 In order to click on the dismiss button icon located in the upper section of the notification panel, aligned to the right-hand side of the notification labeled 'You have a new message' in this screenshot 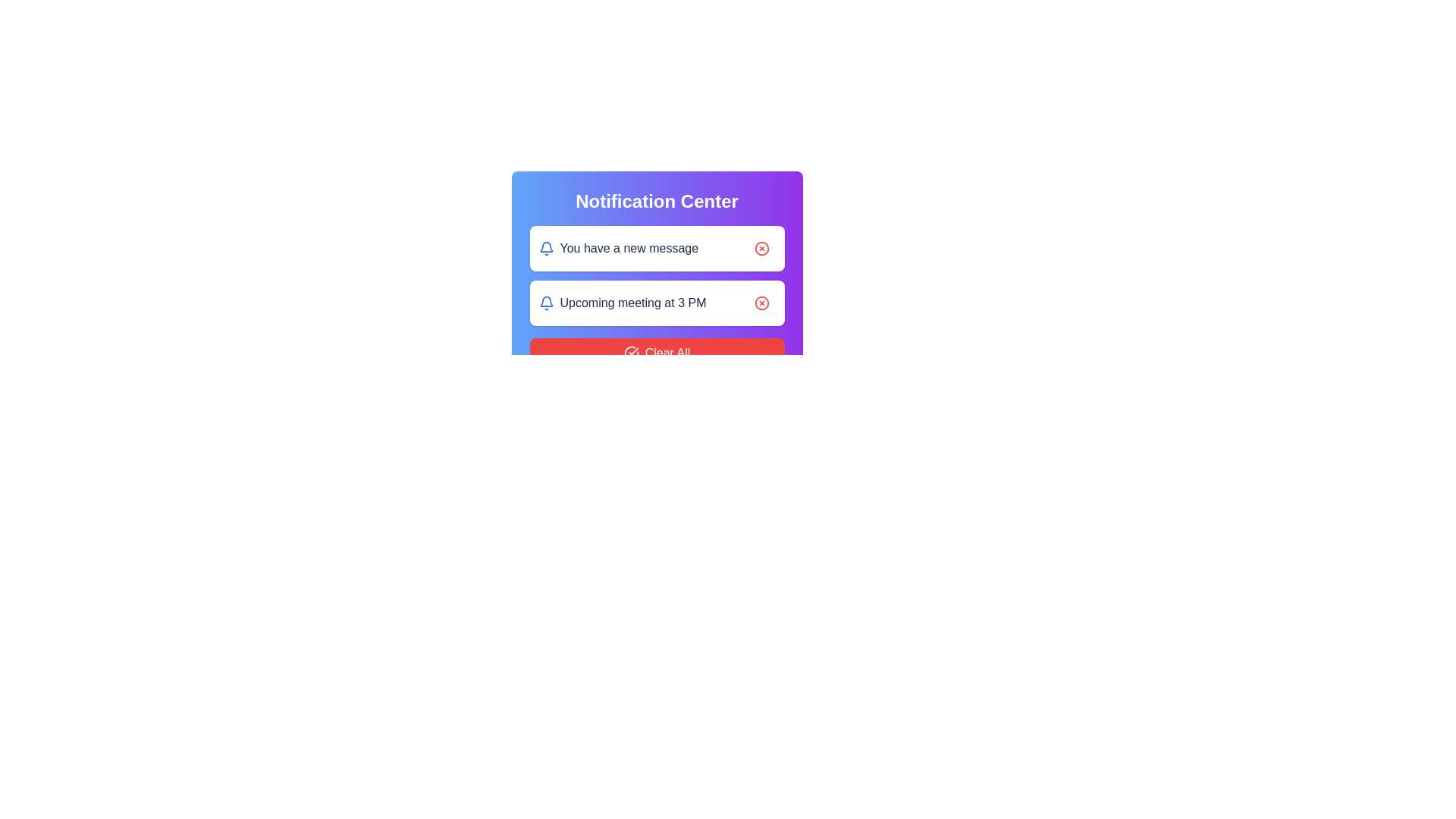, I will do `click(761, 247)`.